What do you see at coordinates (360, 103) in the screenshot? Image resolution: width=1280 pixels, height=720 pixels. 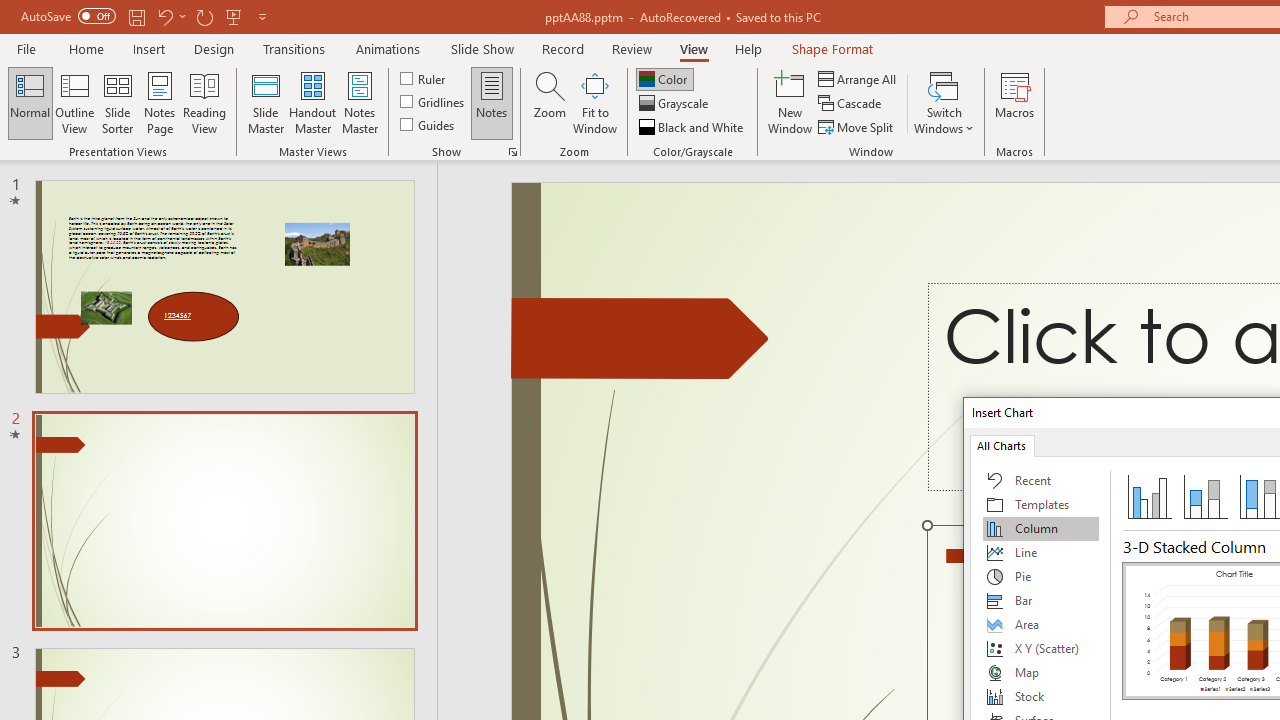 I see `'Notes Master'` at bounding box center [360, 103].